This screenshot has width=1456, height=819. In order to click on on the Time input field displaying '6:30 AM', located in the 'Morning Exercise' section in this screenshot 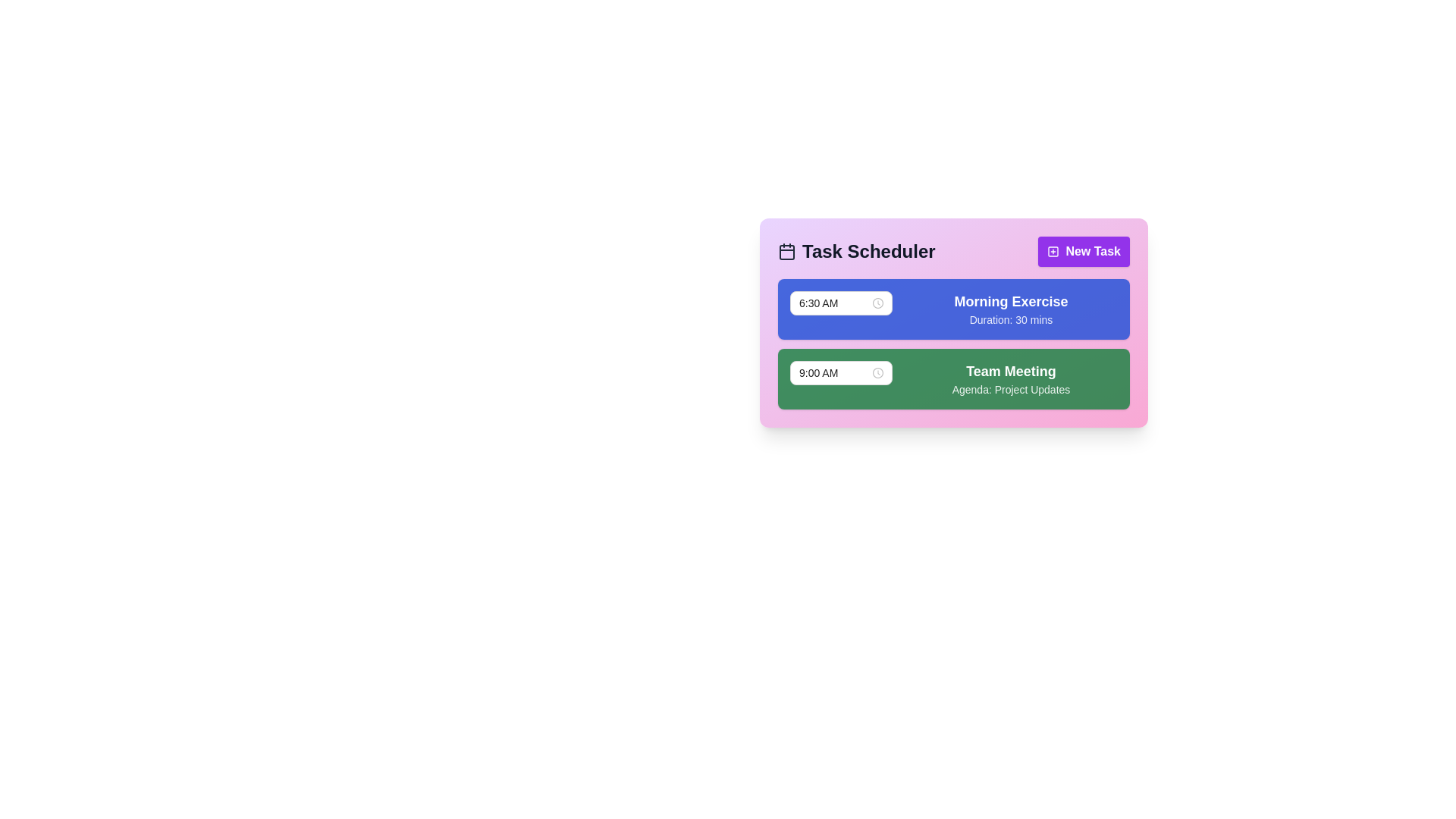, I will do `click(840, 303)`.